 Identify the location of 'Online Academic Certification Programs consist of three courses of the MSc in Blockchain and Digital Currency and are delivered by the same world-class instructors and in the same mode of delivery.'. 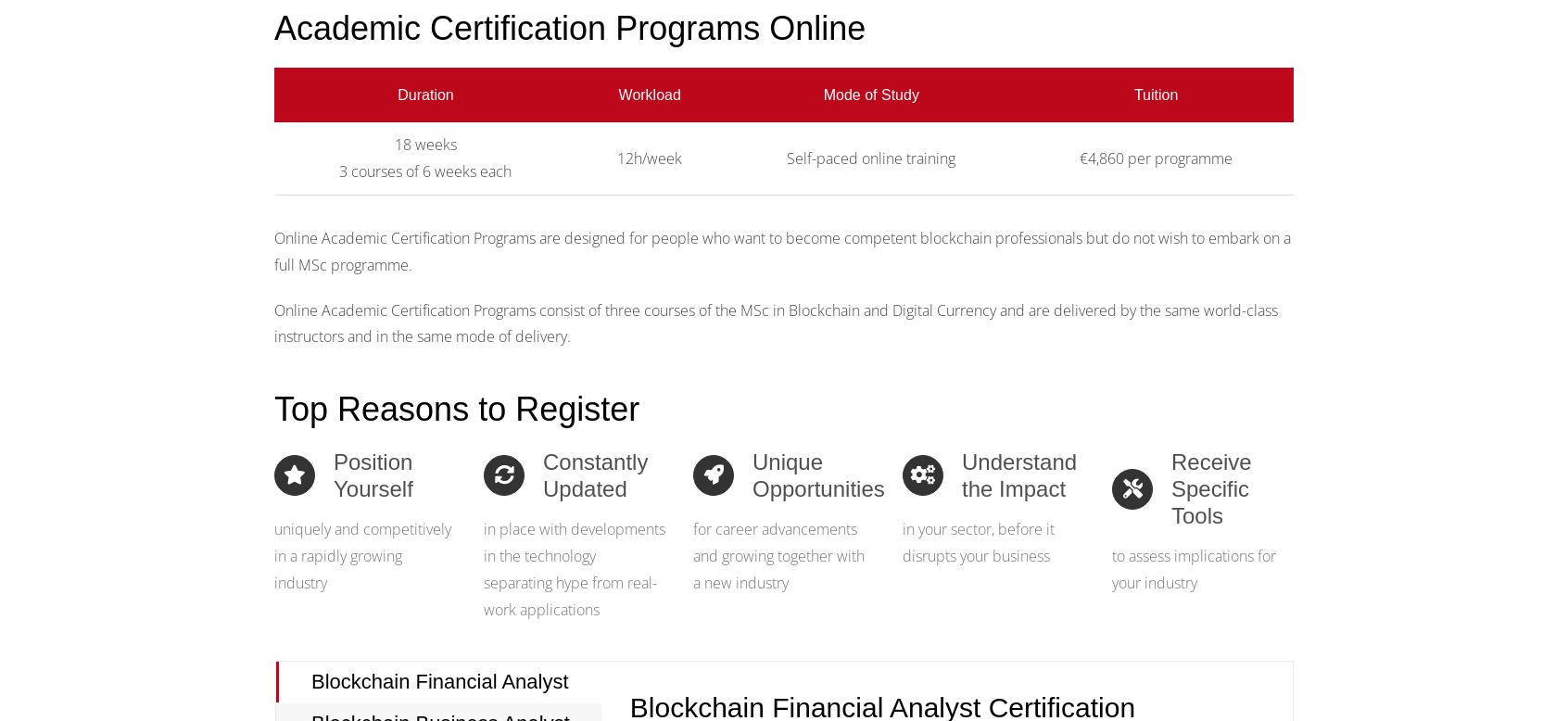
(776, 322).